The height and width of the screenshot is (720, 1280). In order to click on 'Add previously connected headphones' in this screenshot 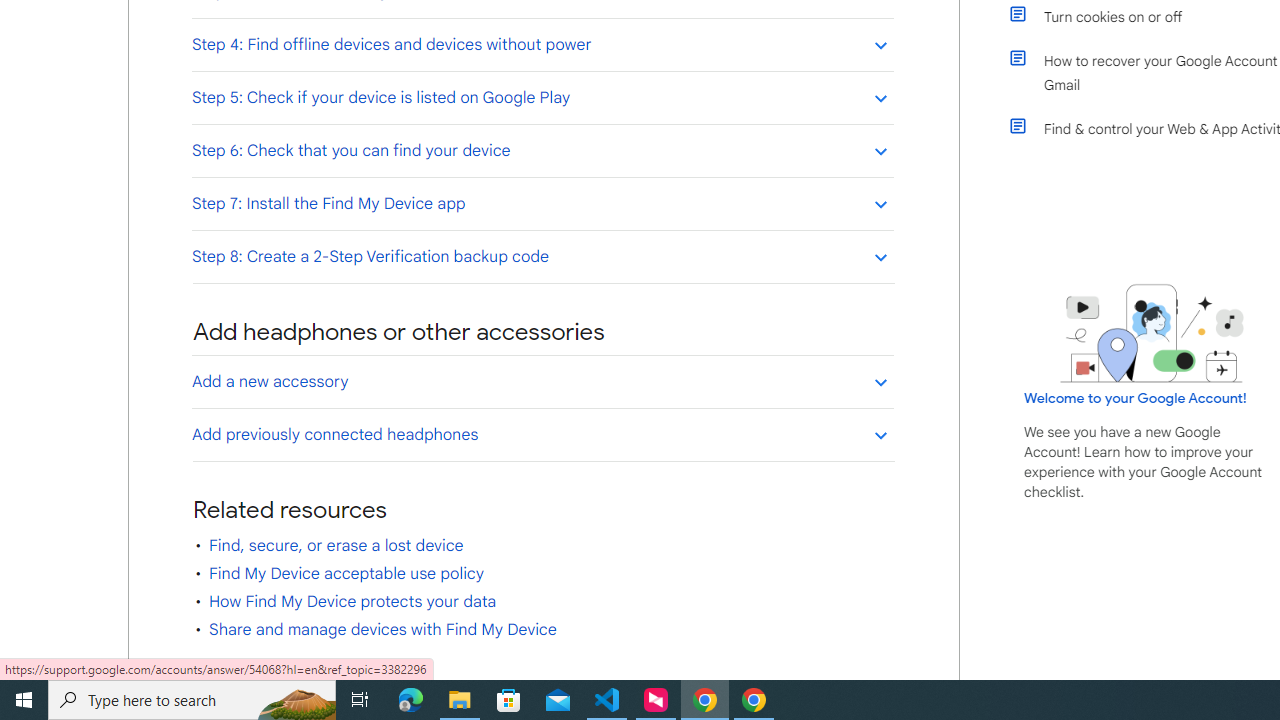, I will do `click(542, 433)`.